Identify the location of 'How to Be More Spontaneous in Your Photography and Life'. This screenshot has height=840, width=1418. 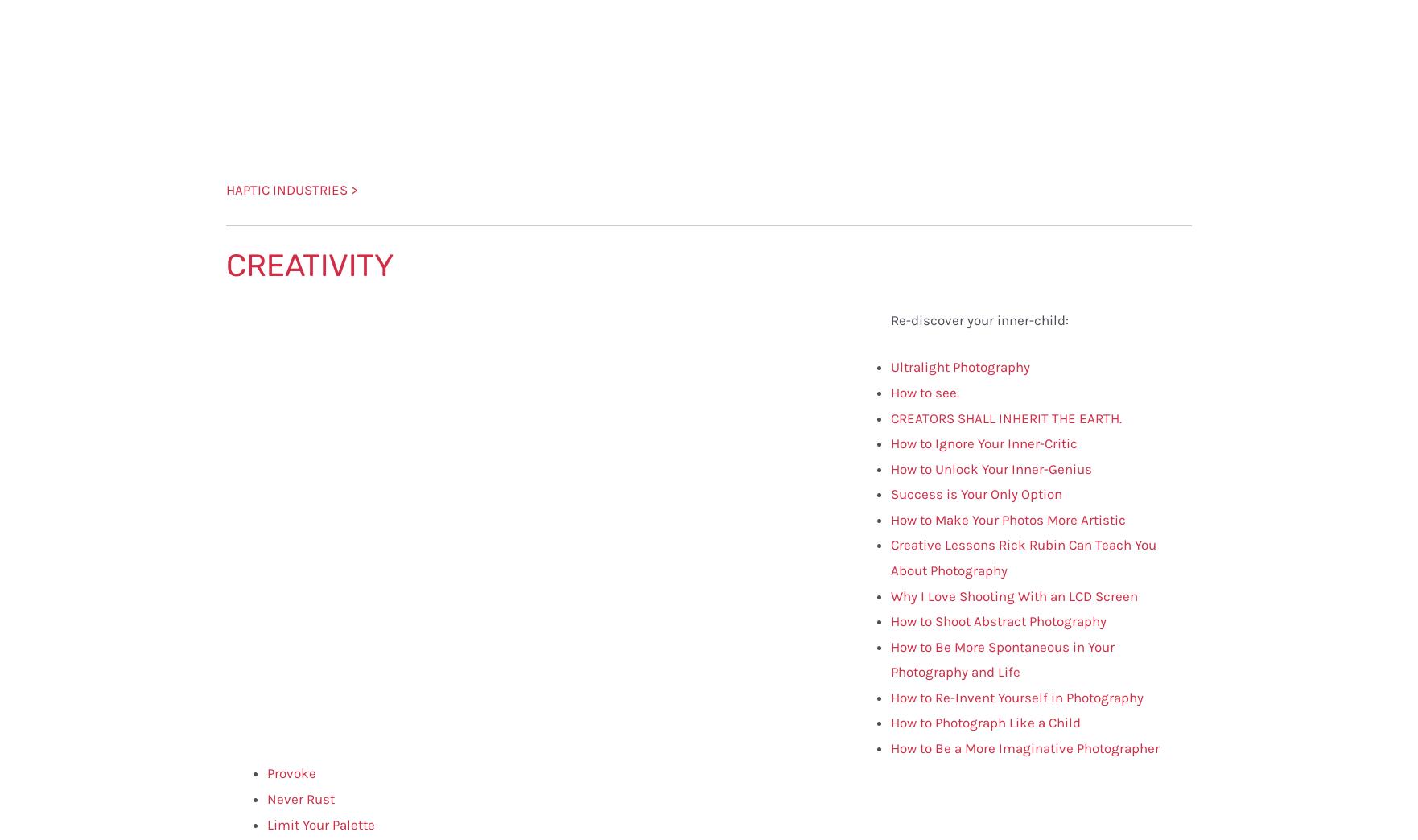
(1002, 658).